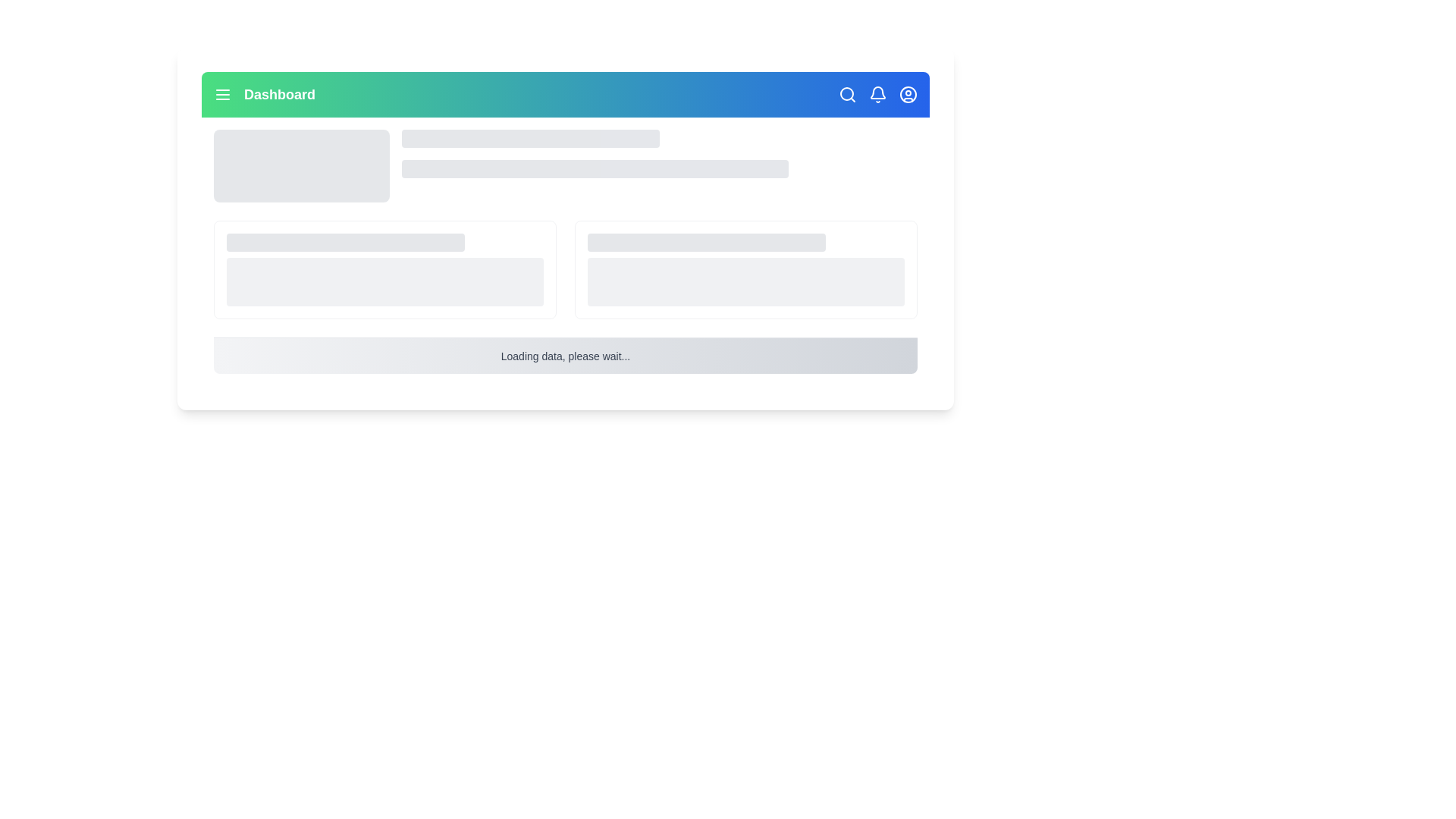  I want to click on Header bar located at the top of the interface, which hosts navigation features, for information, so click(564, 94).